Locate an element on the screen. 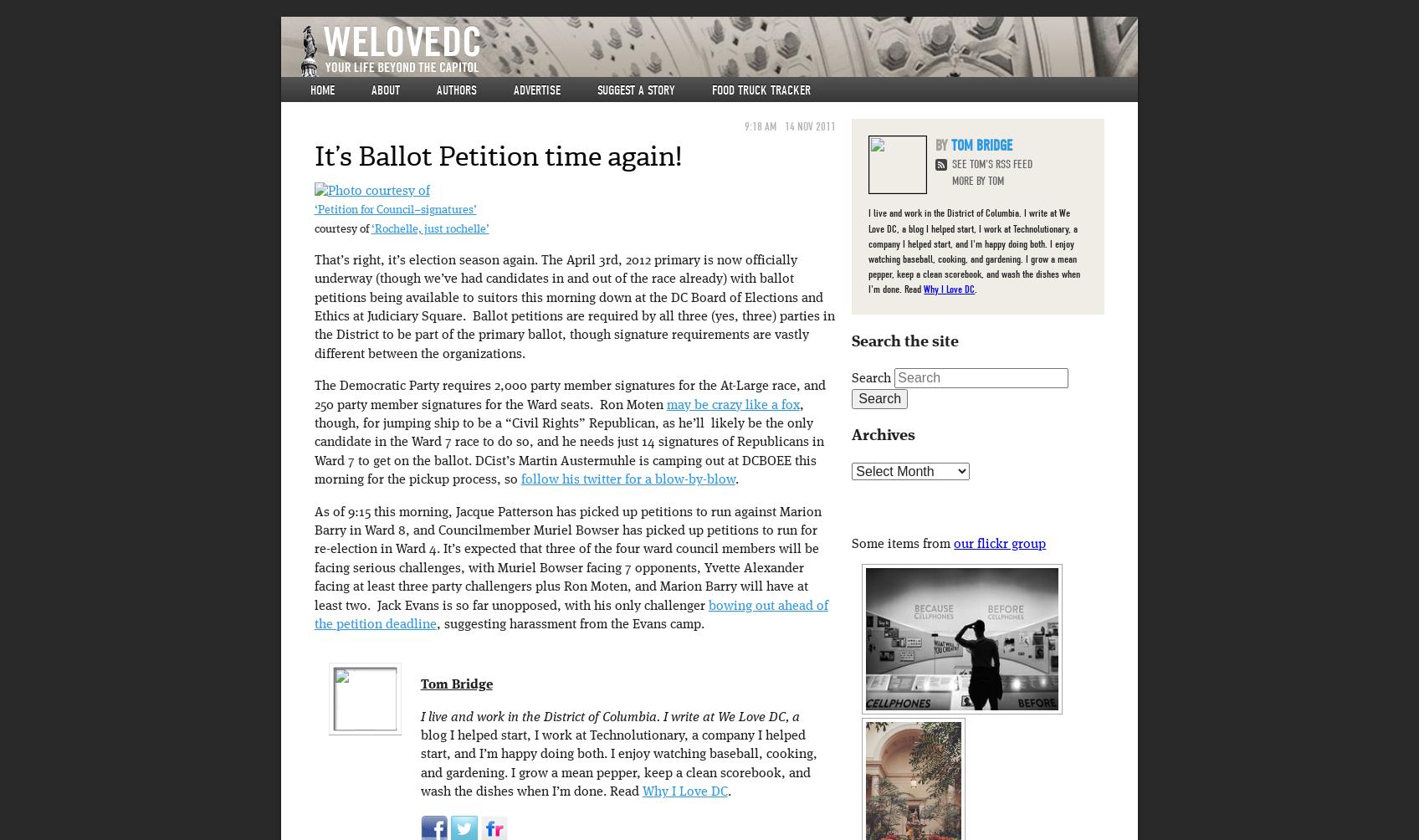 This screenshot has height=840, width=1419. '‘Petition for Council–signatures’' is located at coordinates (394, 210).